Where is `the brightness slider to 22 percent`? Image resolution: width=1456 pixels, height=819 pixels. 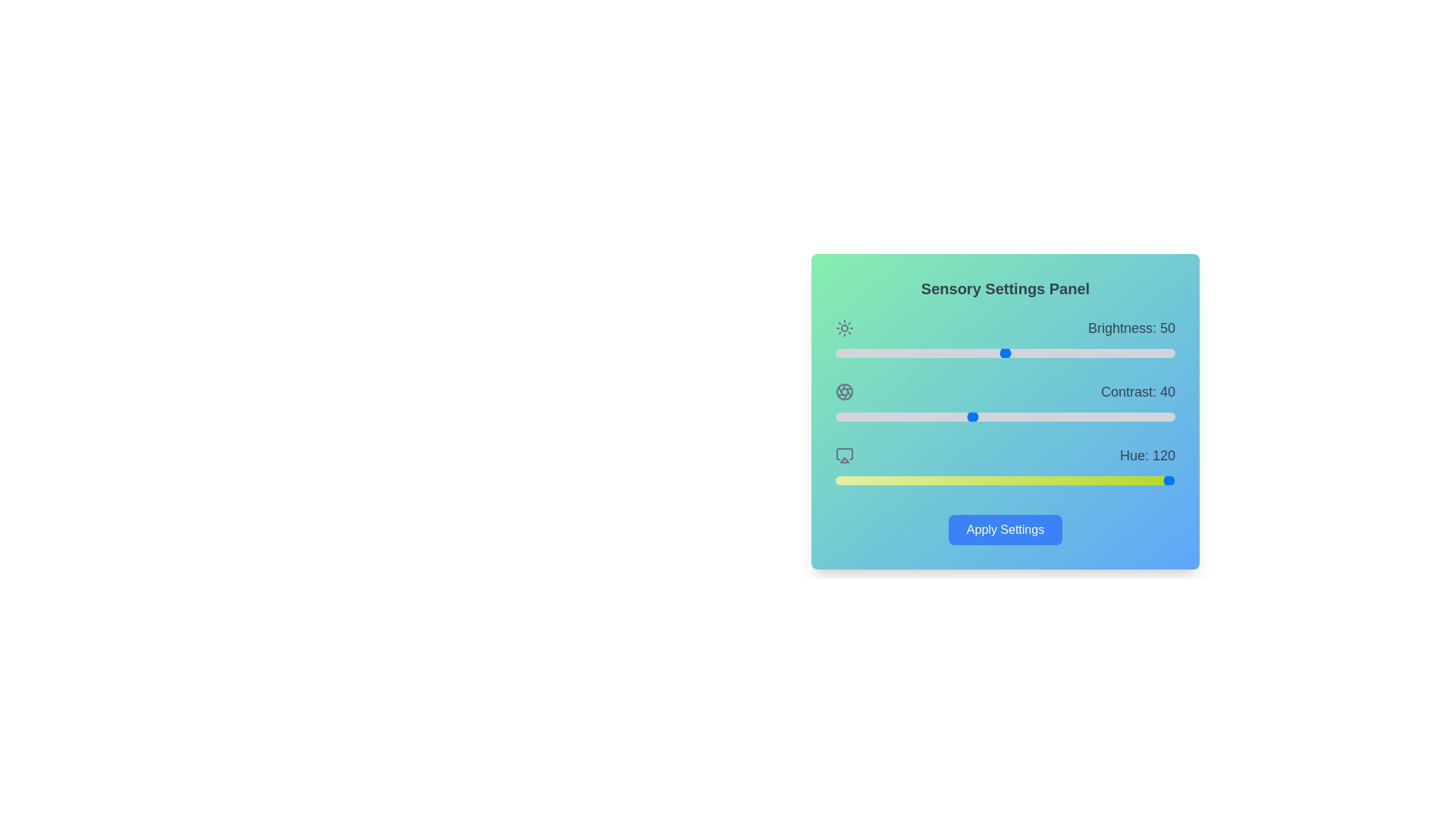
the brightness slider to 22 percent is located at coordinates (910, 353).